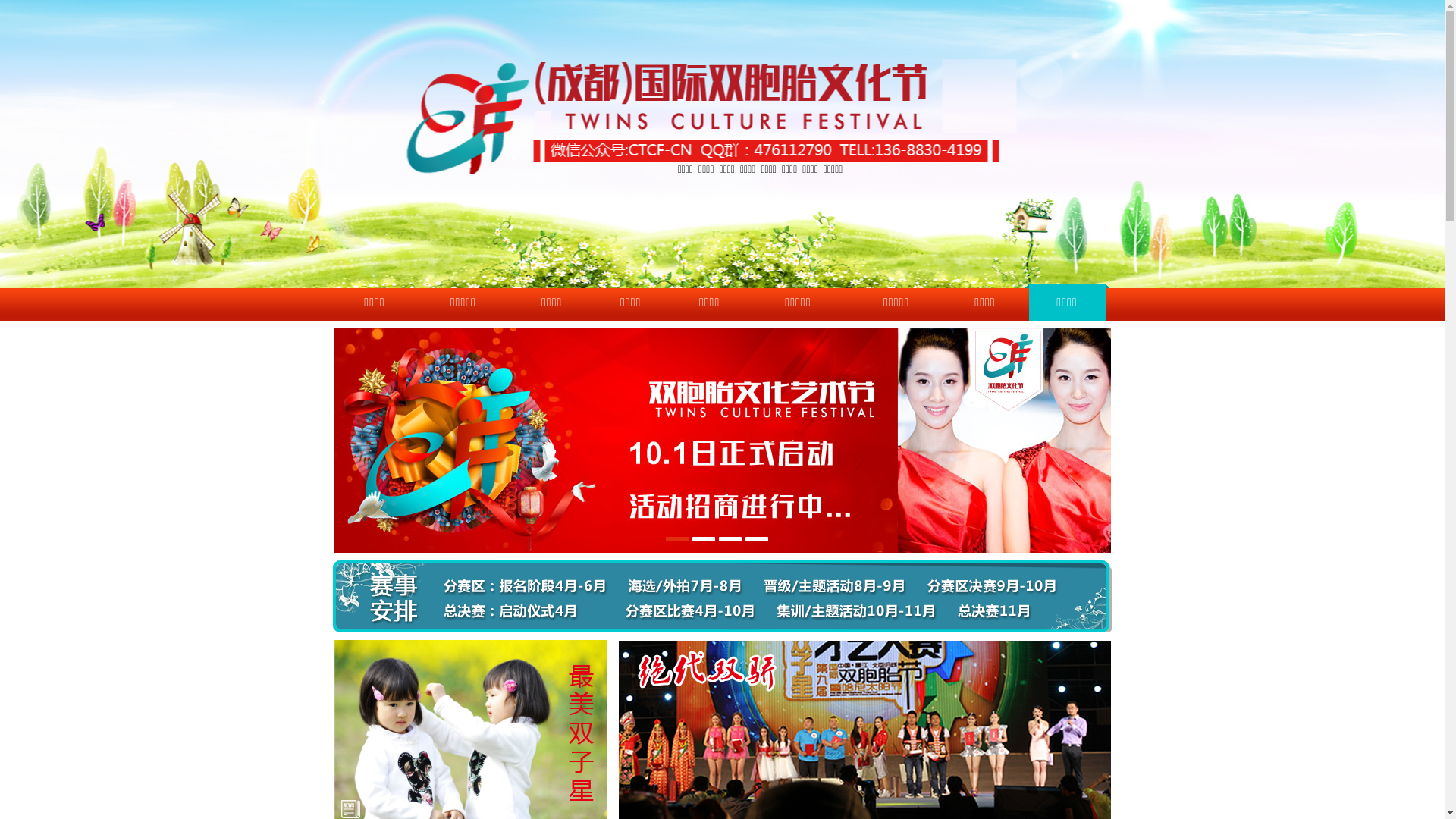 The width and height of the screenshot is (1456, 819). I want to click on '2', so click(702, 538).